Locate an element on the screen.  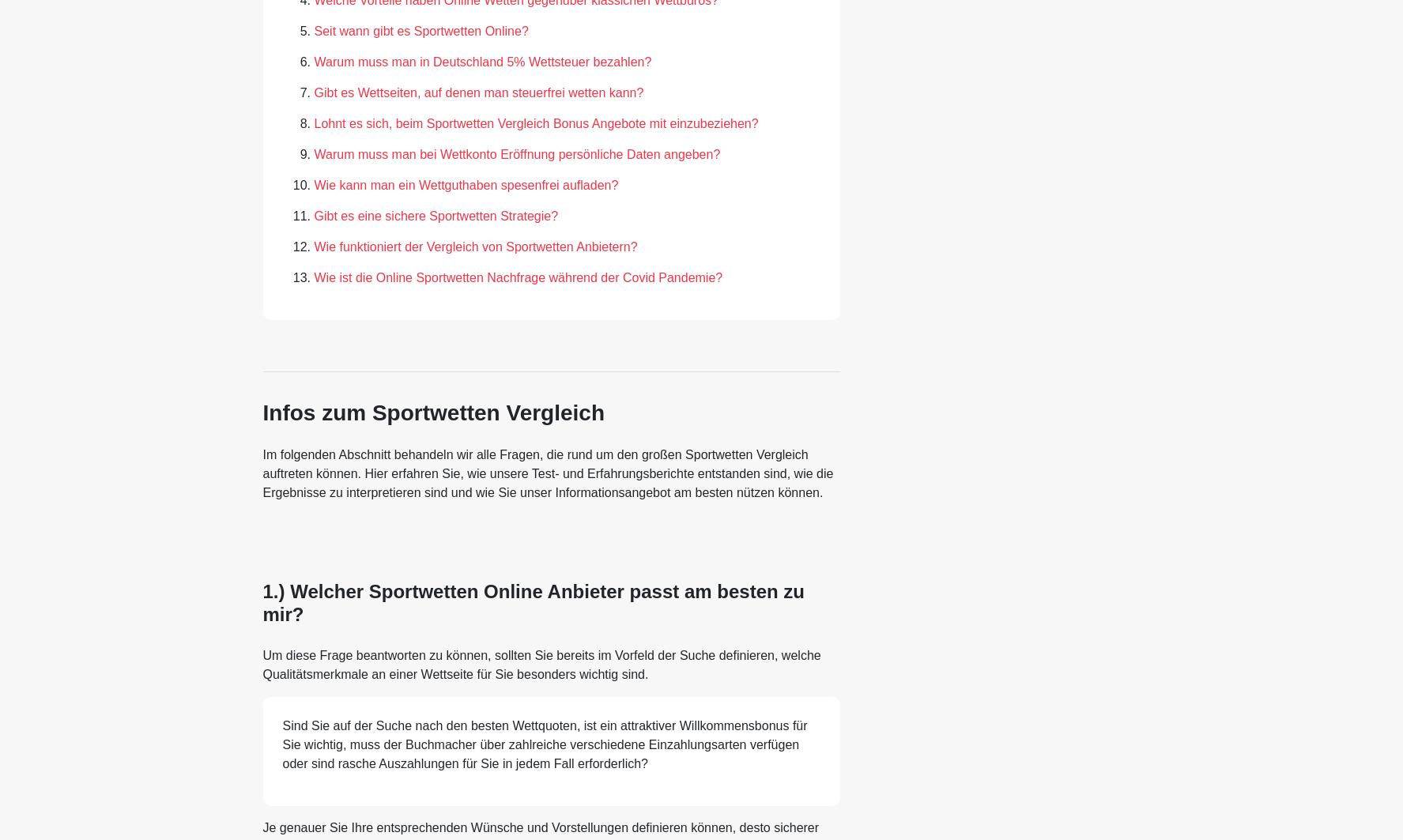
'Wie funktioniert der Vergleich von Sportwetten Anbietern?' is located at coordinates (313, 246).